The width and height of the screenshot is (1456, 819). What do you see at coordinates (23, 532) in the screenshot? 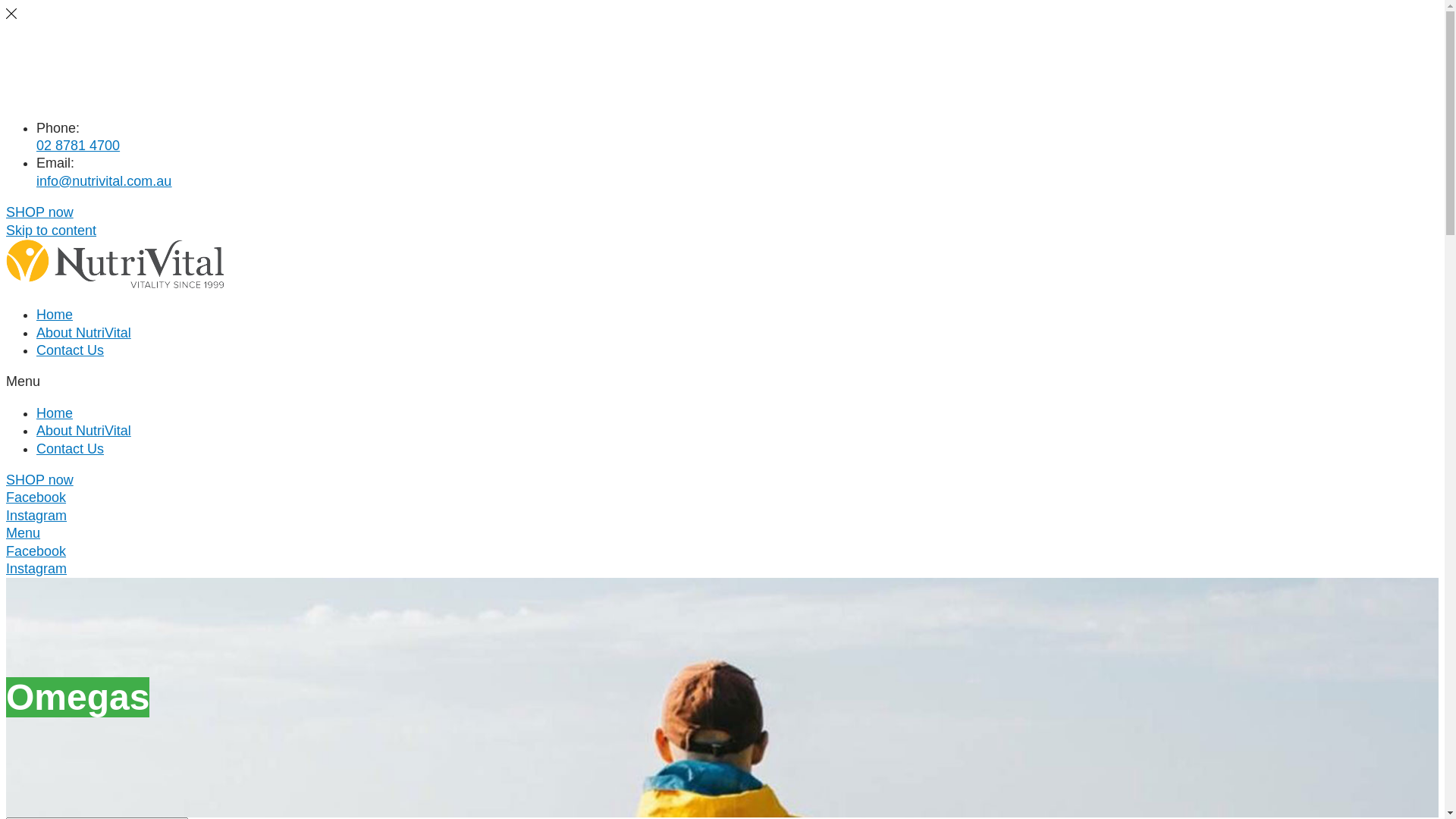
I see `'Menu'` at bounding box center [23, 532].